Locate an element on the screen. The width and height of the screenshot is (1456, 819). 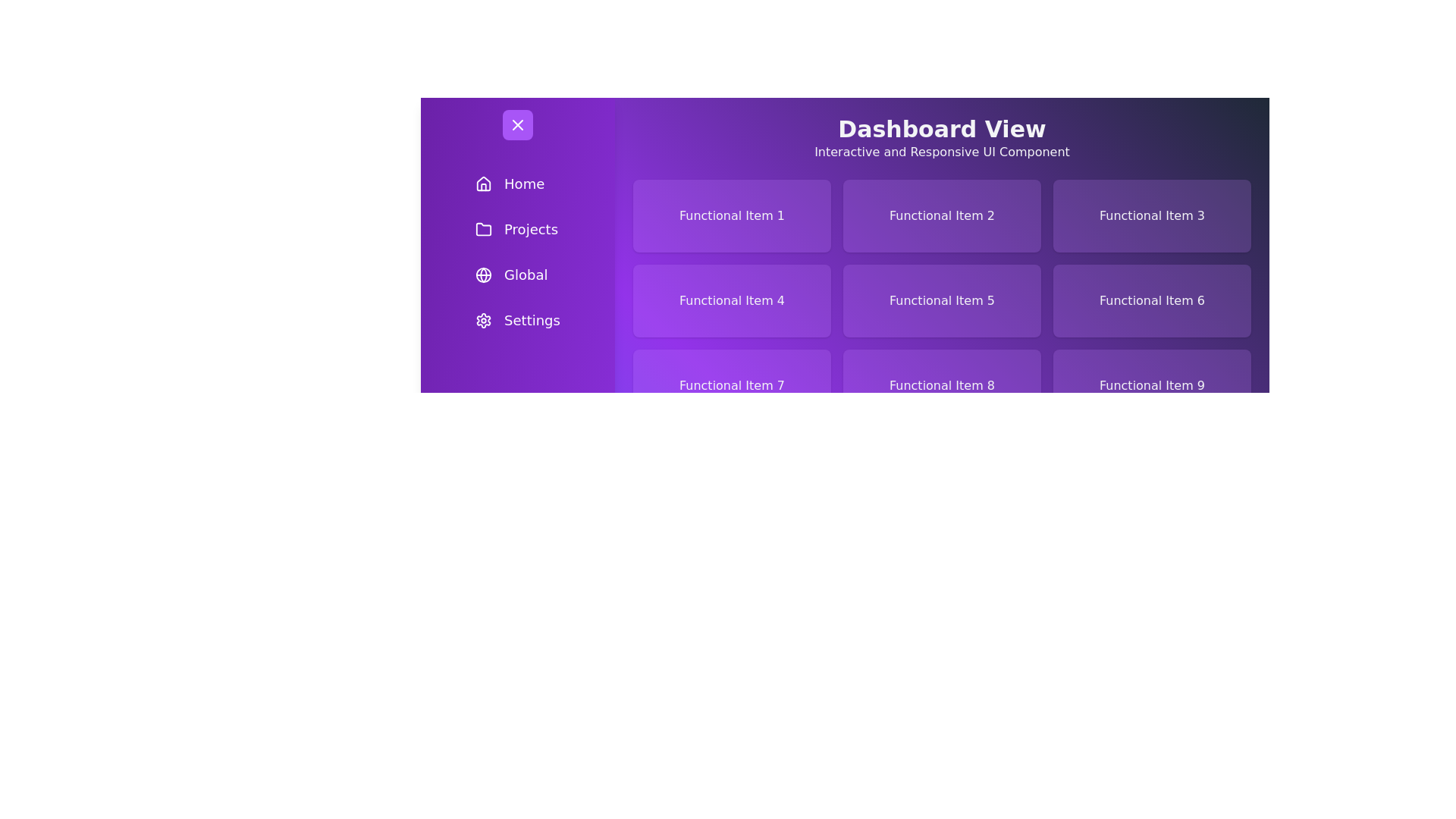
toggle button to toggle the drawer open or closed is located at coordinates (517, 124).